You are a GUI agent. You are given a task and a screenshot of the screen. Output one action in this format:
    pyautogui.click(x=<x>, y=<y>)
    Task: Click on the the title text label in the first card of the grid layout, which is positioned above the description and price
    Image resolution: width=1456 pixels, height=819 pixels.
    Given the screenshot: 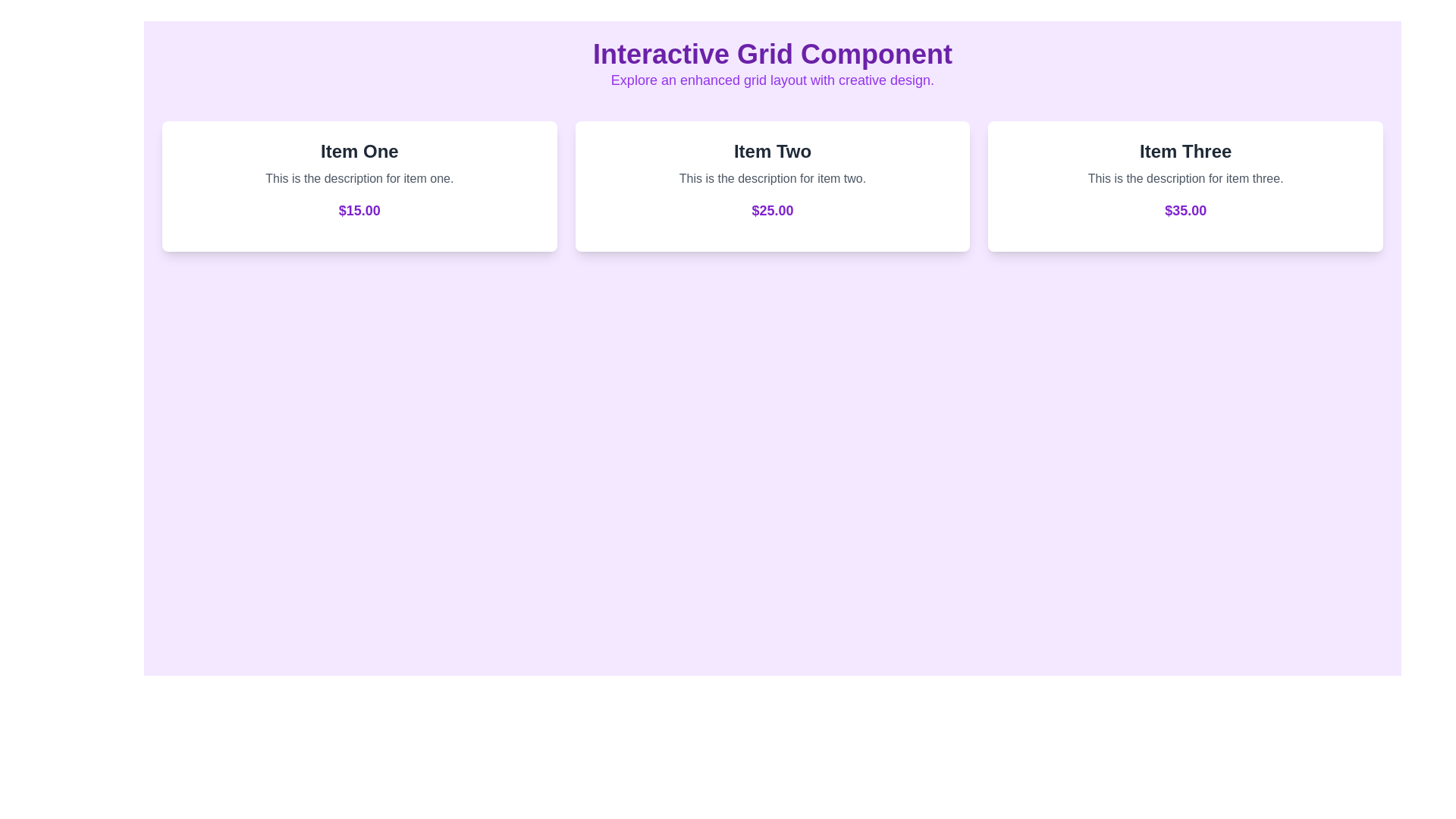 What is the action you would take?
    pyautogui.click(x=359, y=152)
    